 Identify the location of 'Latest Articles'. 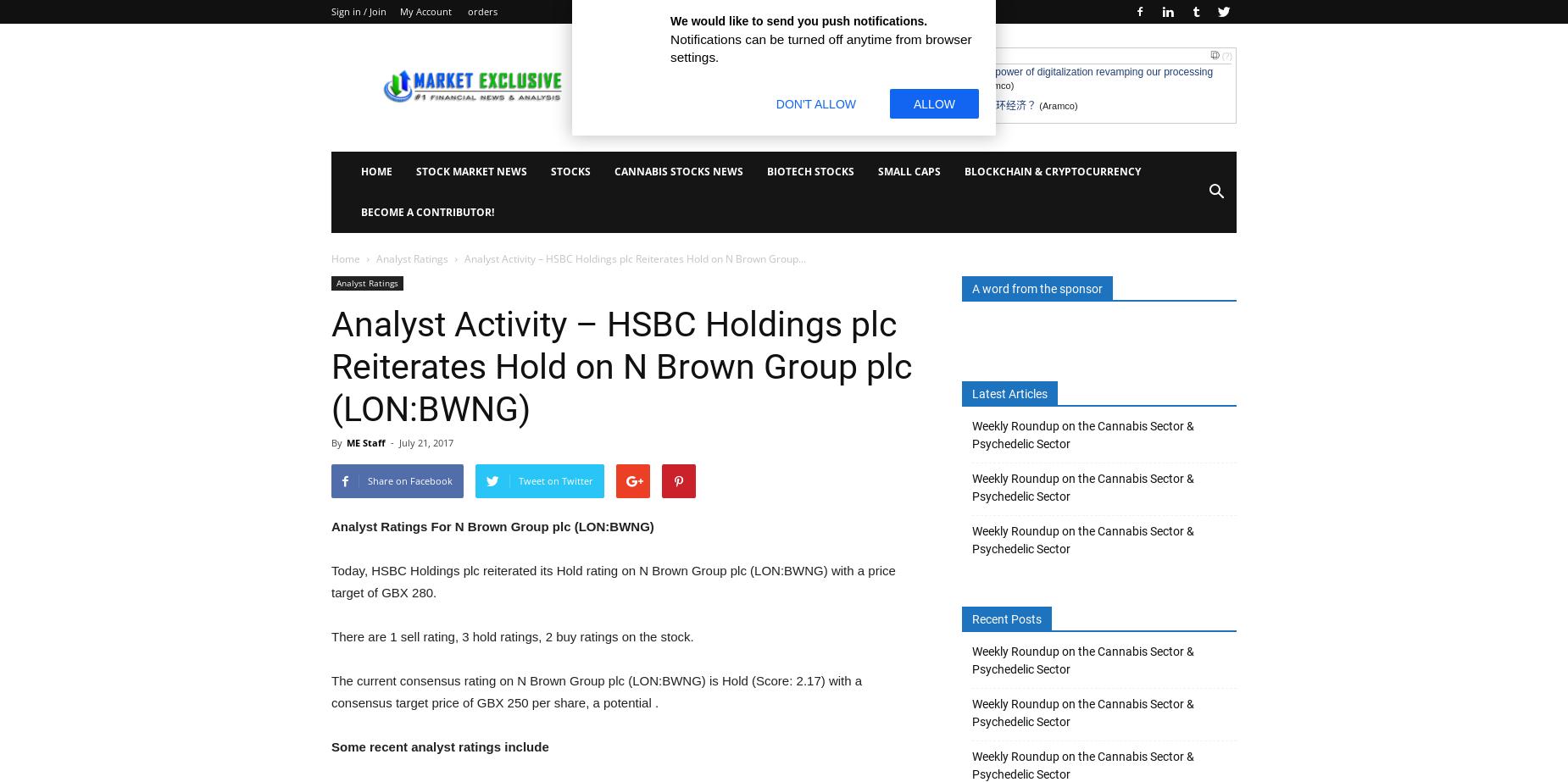
(971, 393).